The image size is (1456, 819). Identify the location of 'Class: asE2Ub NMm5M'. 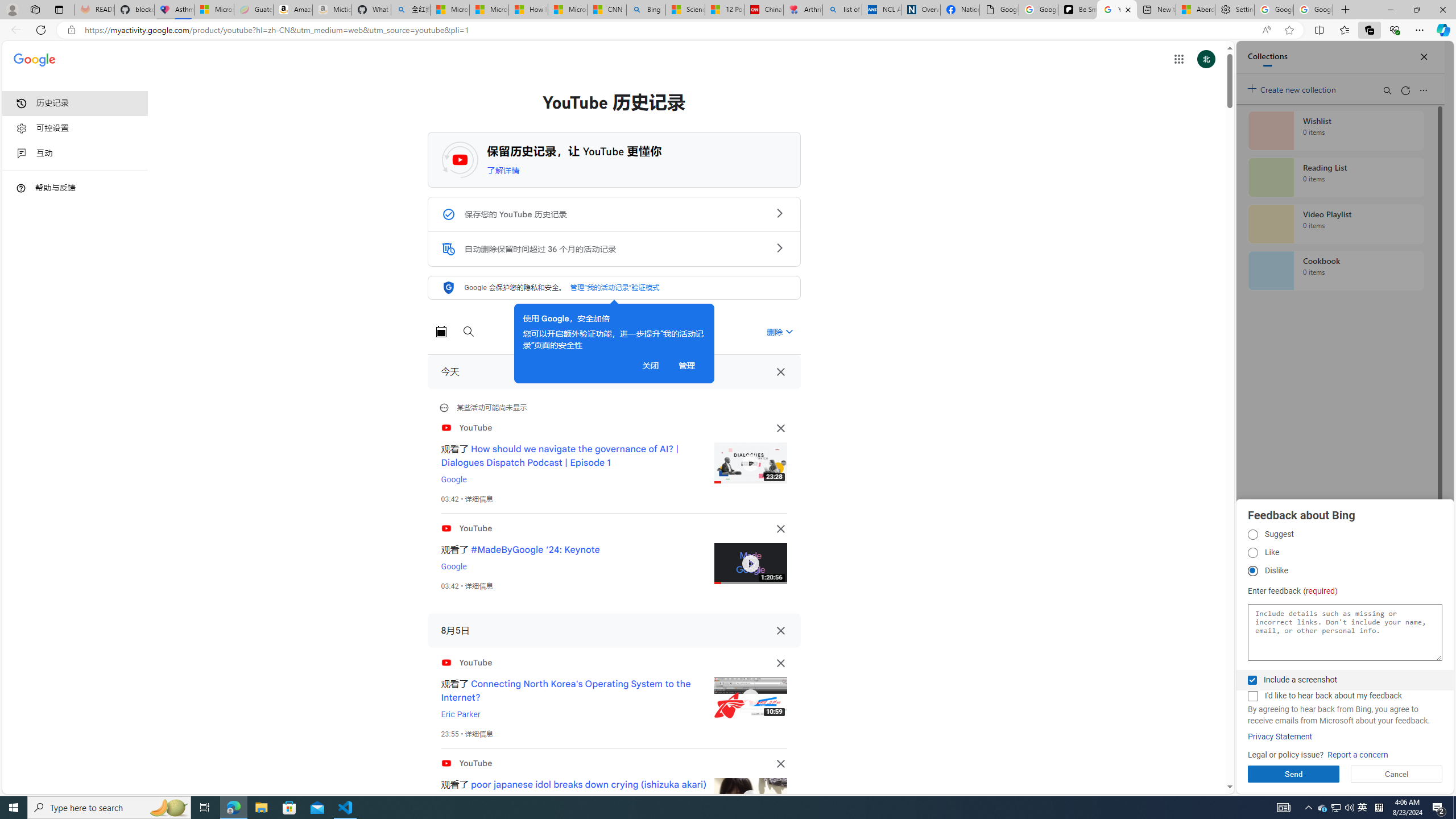
(788, 331).